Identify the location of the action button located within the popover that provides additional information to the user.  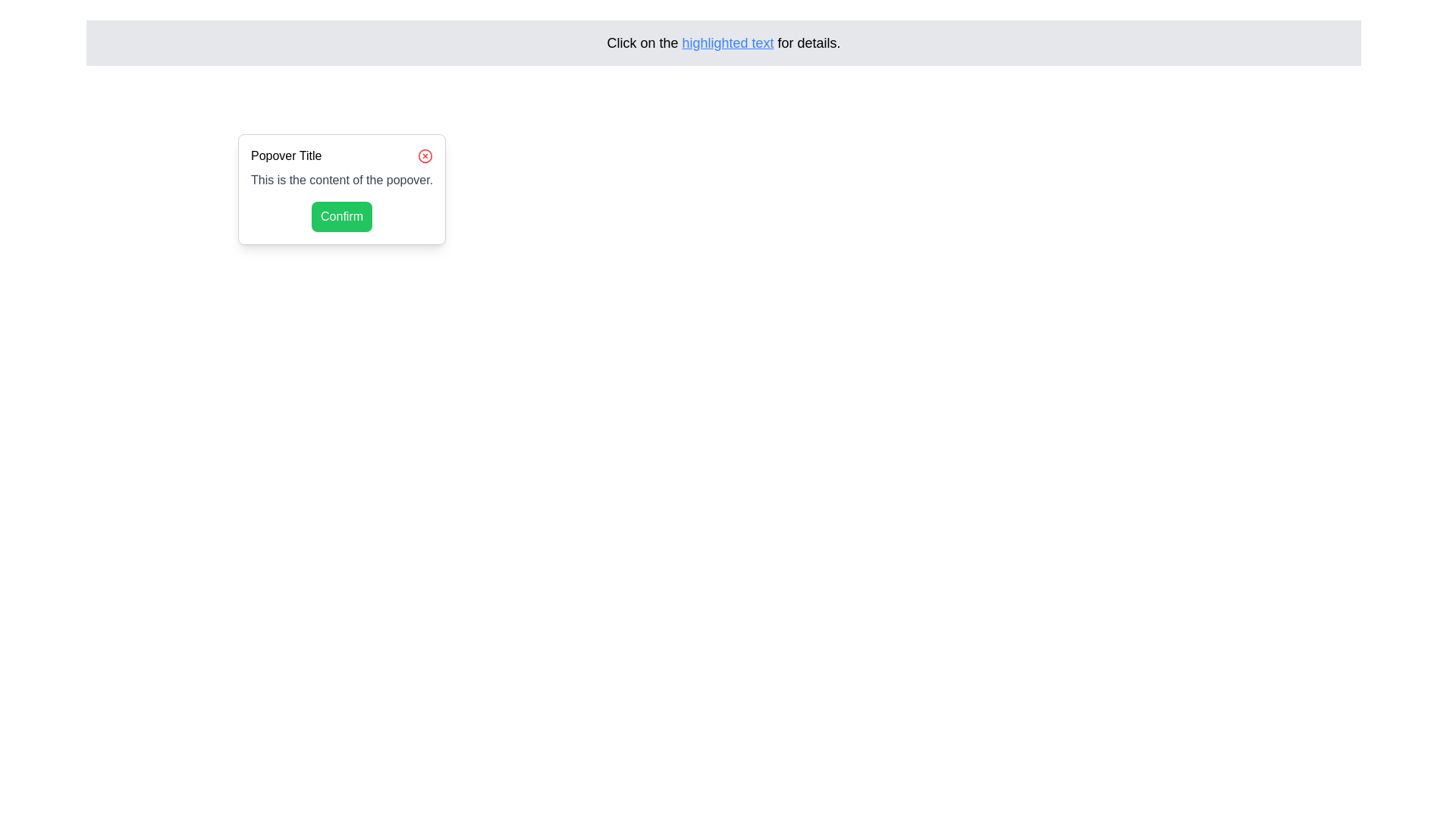
(341, 189).